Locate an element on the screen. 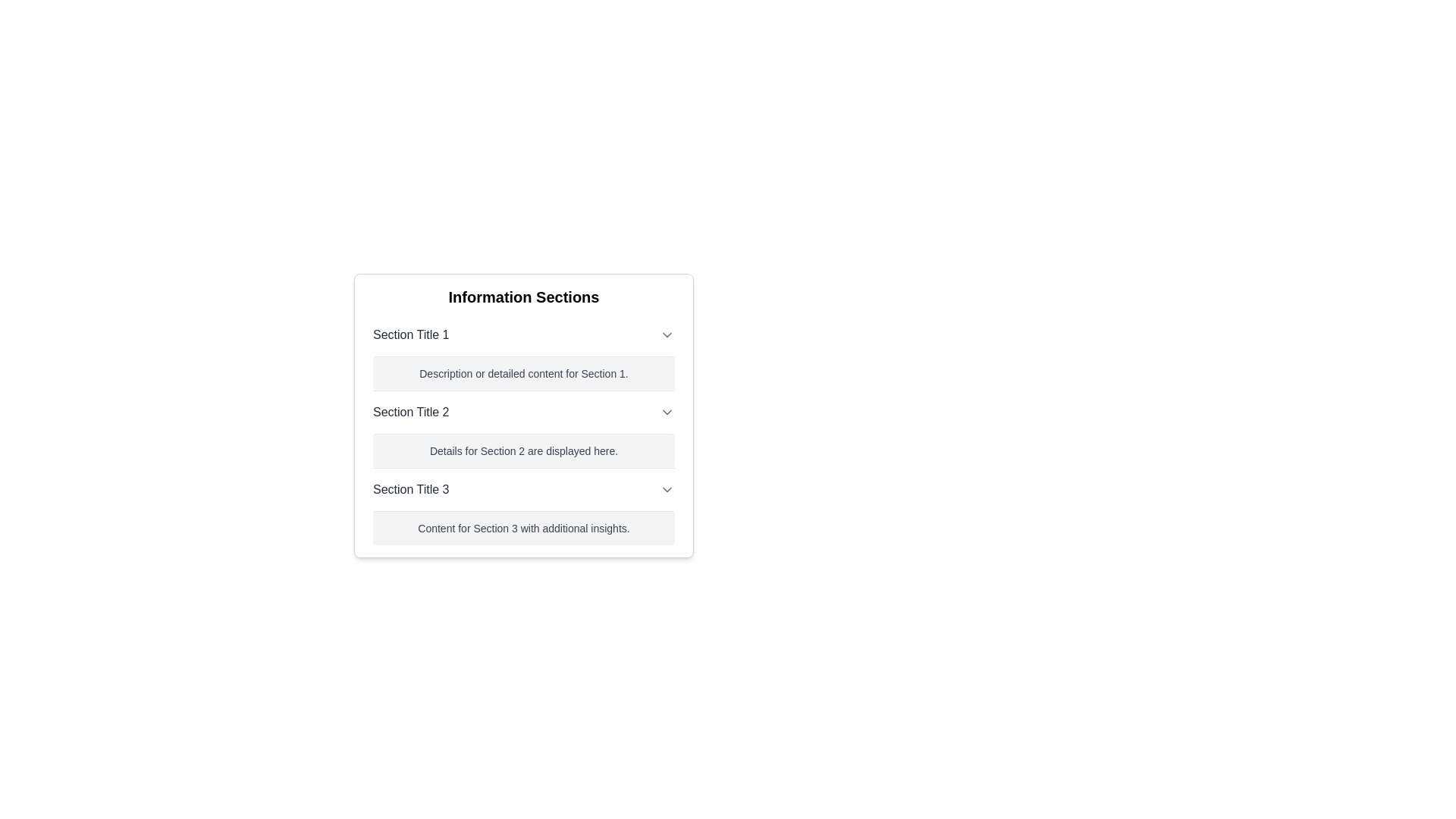 The image size is (1456, 819). the Label displaying the text 'Description or detailed content for Section 1' located within the first section labeled 'Section Title 1' is located at coordinates (524, 374).